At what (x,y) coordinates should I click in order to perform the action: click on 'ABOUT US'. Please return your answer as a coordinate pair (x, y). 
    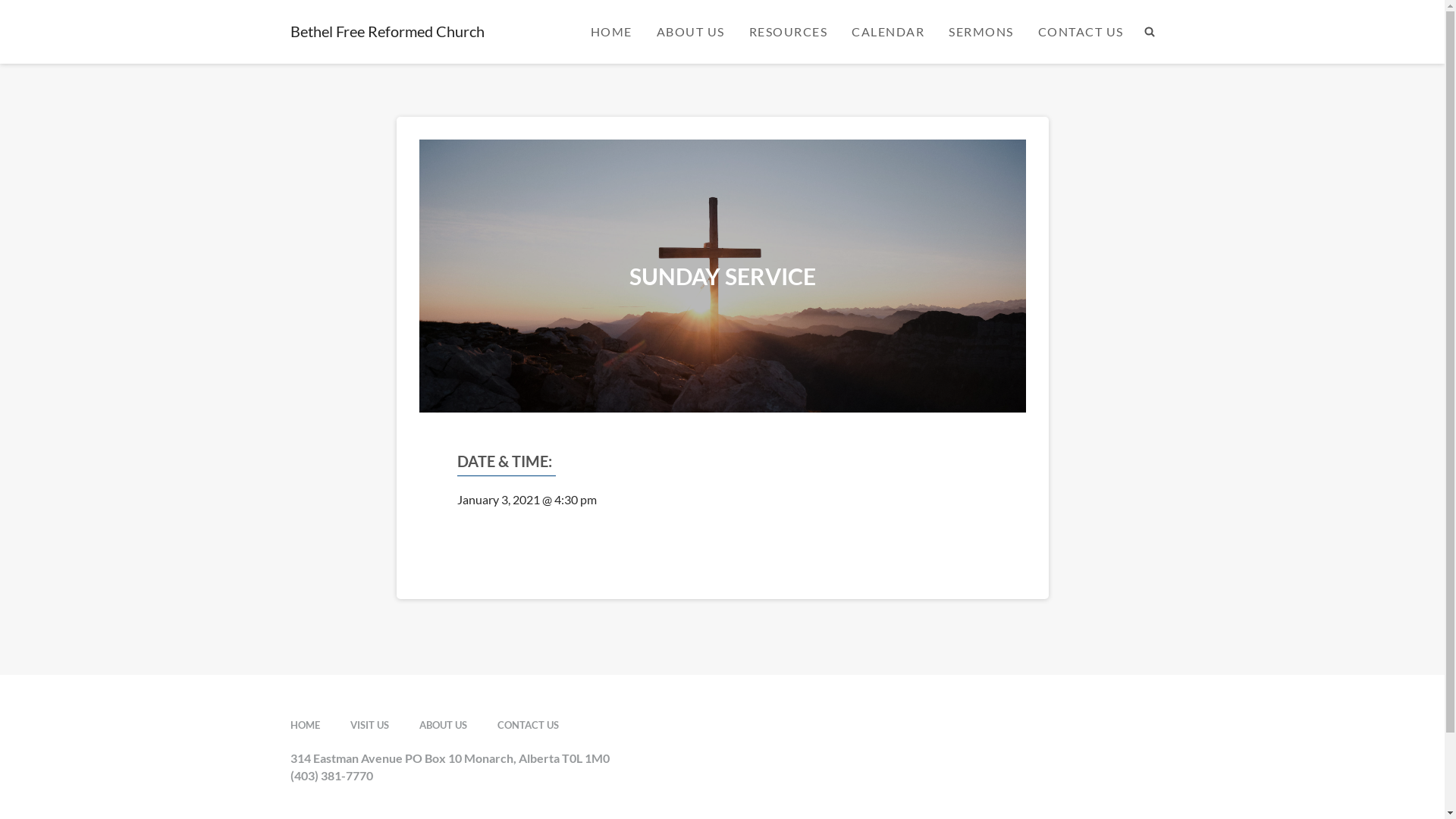
    Looking at the image, I should click on (690, 32).